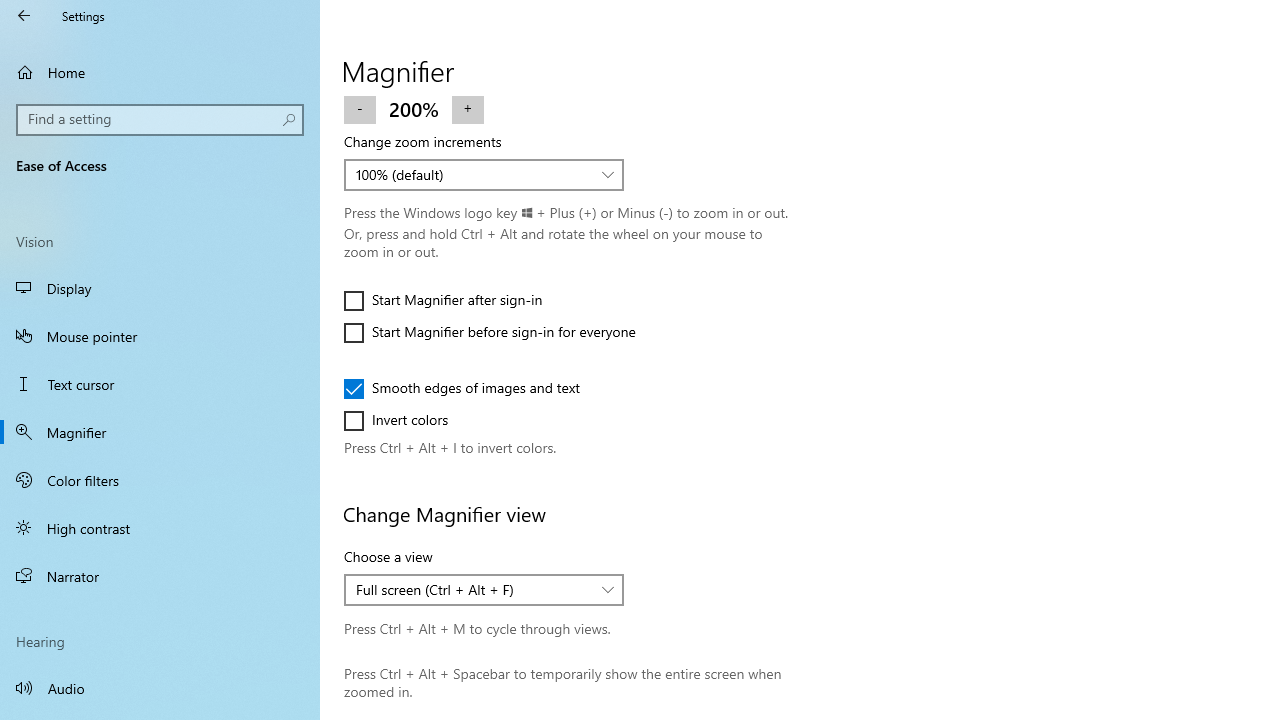 This screenshot has width=1280, height=720. Describe the element at coordinates (160, 119) in the screenshot. I see `'Search box, Find a setting'` at that location.